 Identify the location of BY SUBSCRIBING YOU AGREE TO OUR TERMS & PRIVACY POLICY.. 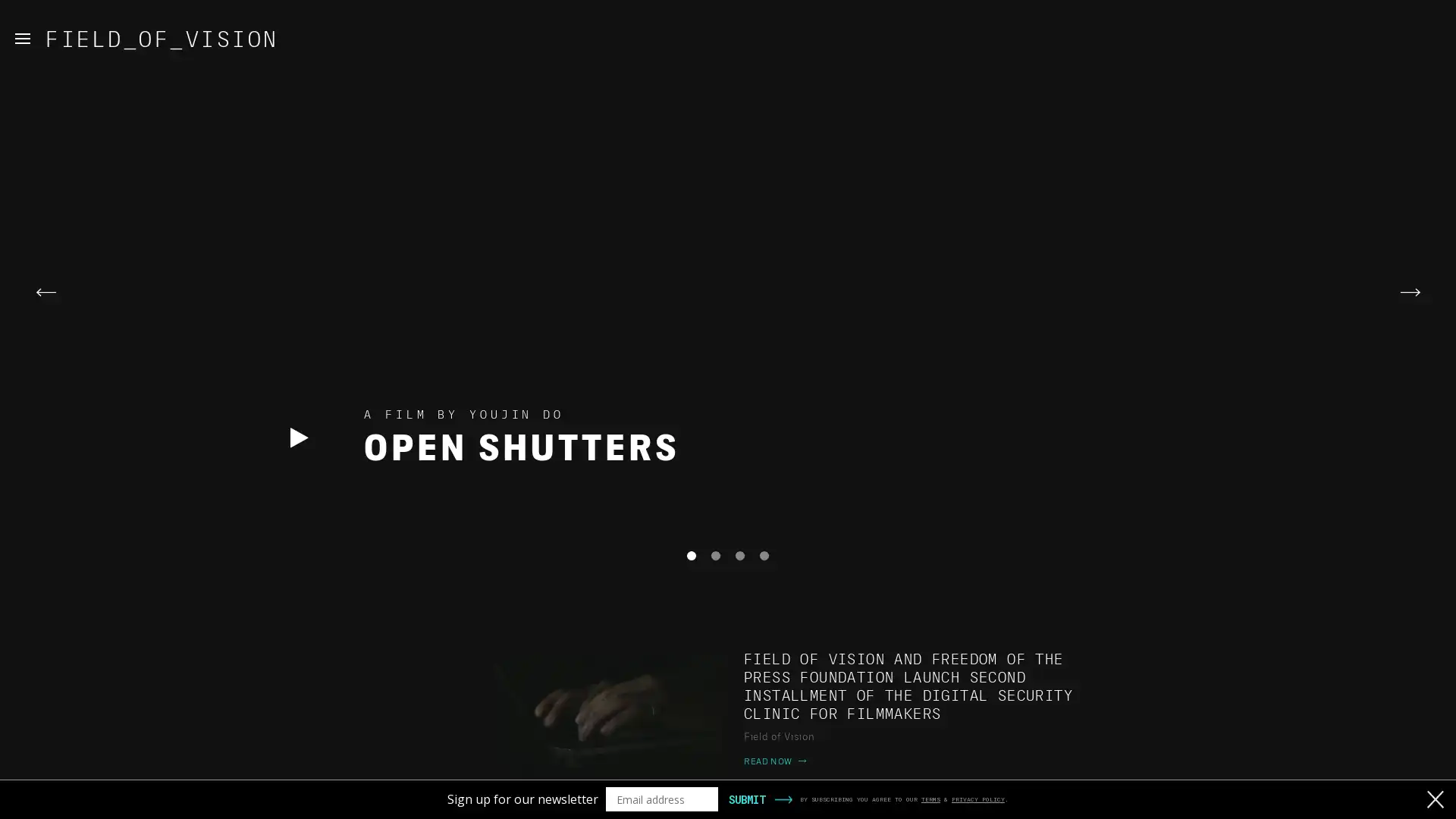
(904, 798).